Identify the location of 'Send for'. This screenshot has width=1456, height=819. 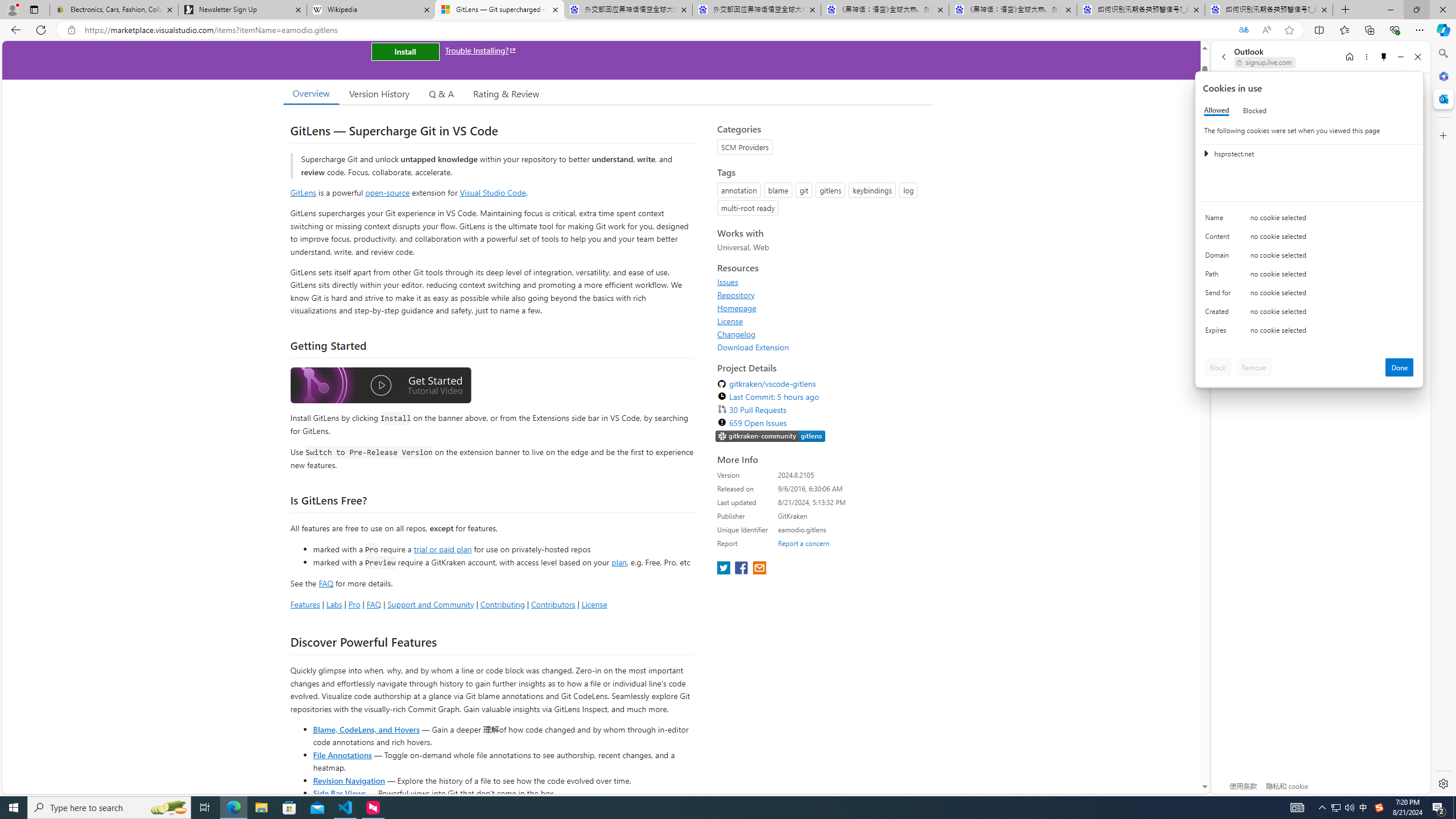
(1219, 295).